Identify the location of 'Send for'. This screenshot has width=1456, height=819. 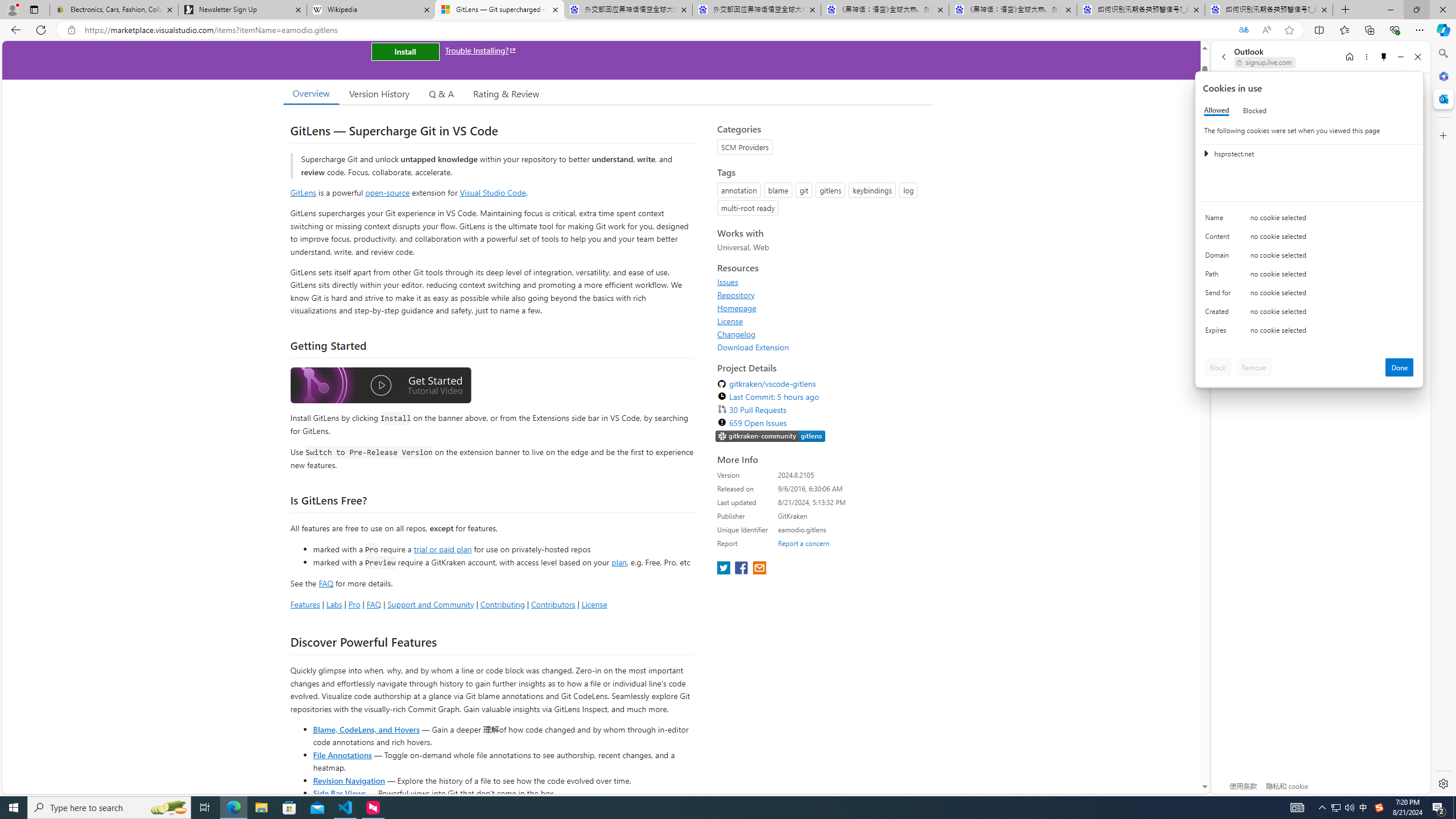
(1219, 295).